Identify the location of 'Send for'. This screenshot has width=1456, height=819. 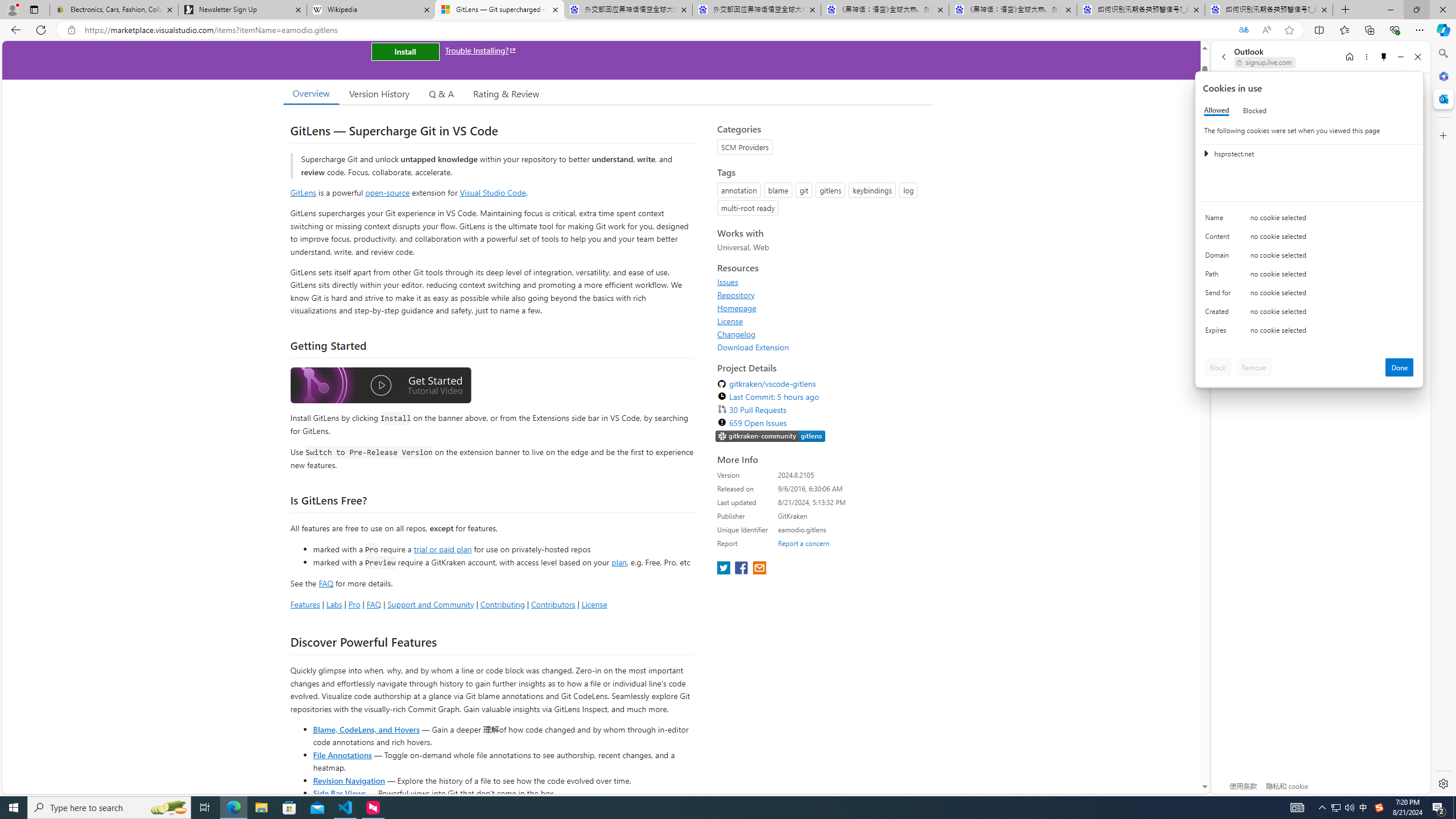
(1219, 295).